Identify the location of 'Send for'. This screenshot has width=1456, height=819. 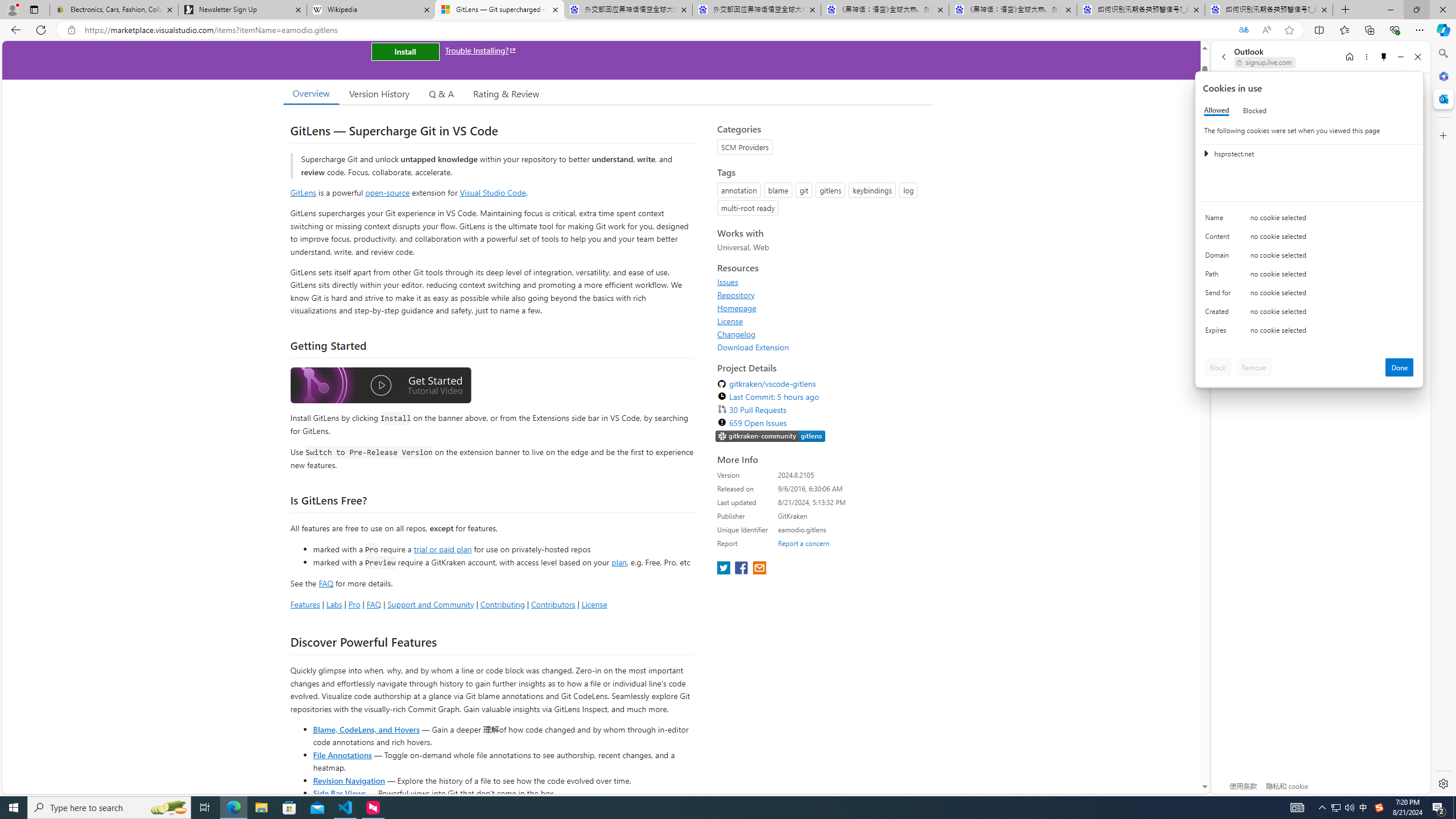
(1219, 295).